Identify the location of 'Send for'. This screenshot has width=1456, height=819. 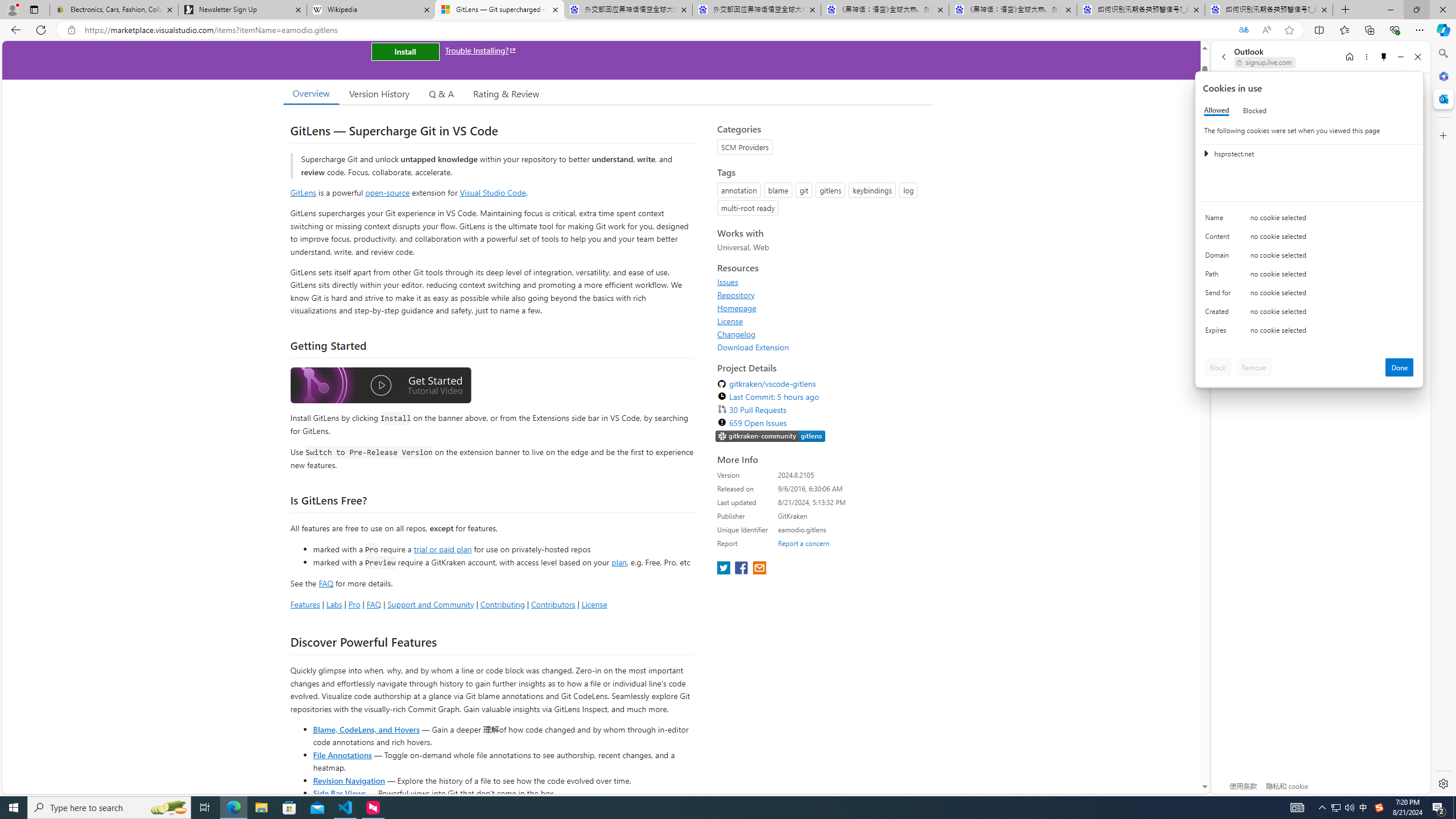
(1219, 295).